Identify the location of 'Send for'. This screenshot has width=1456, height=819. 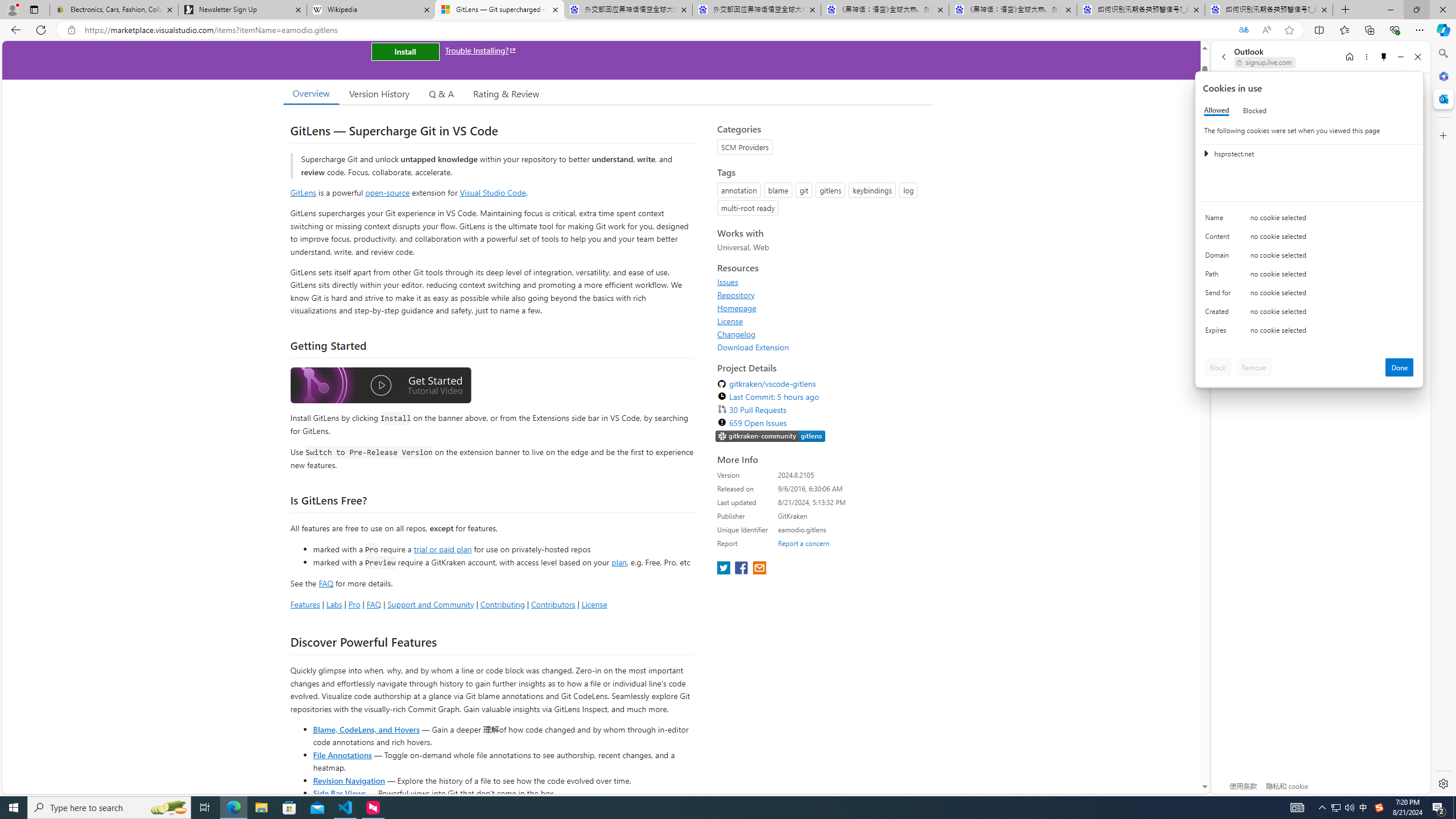
(1219, 295).